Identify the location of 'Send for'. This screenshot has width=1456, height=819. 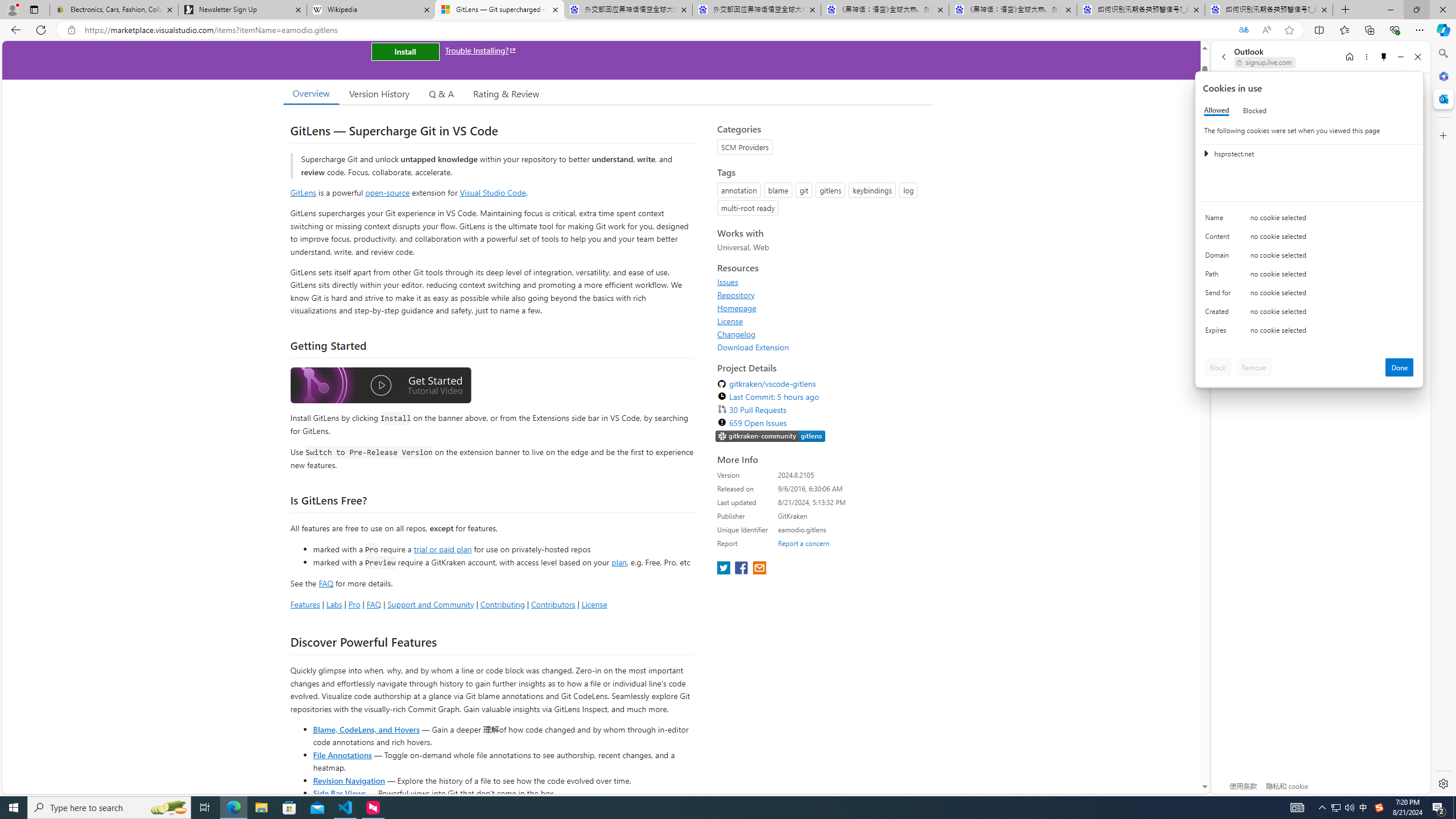
(1219, 295).